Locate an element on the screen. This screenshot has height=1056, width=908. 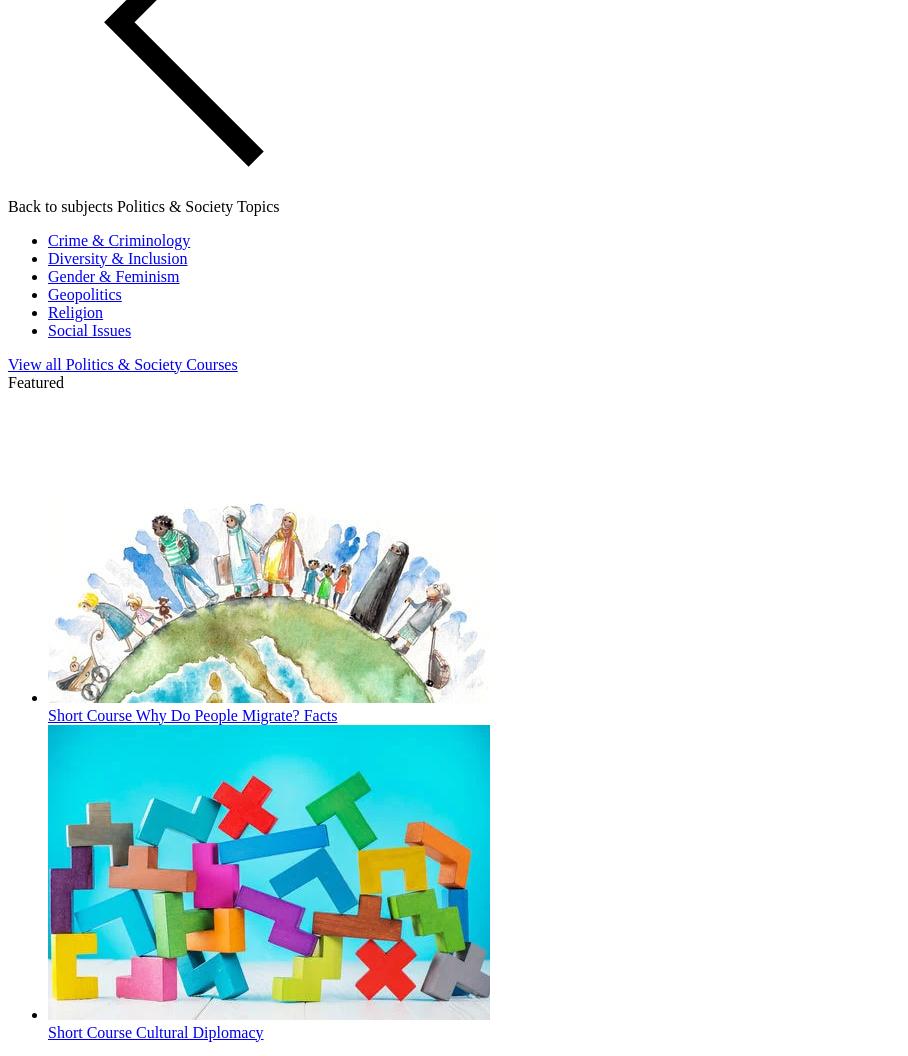
'Featured' is located at coordinates (34, 380).